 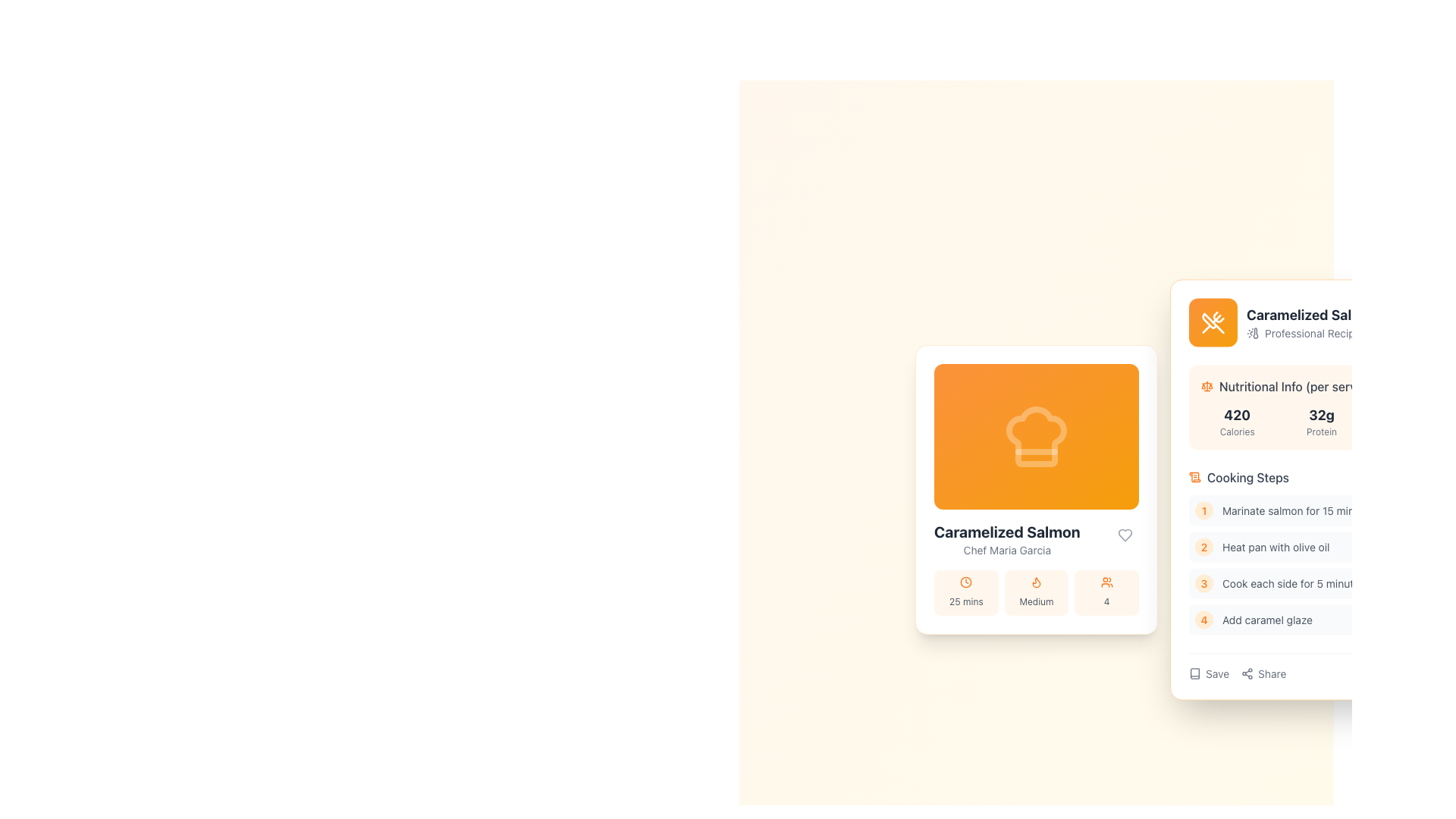 What do you see at coordinates (965, 581) in the screenshot?
I see `the decorative circular graphic at the center of the clock-themed icon, which is located on the left side of the detailed panel for the 'Caramelized Salmon' recipe` at bounding box center [965, 581].